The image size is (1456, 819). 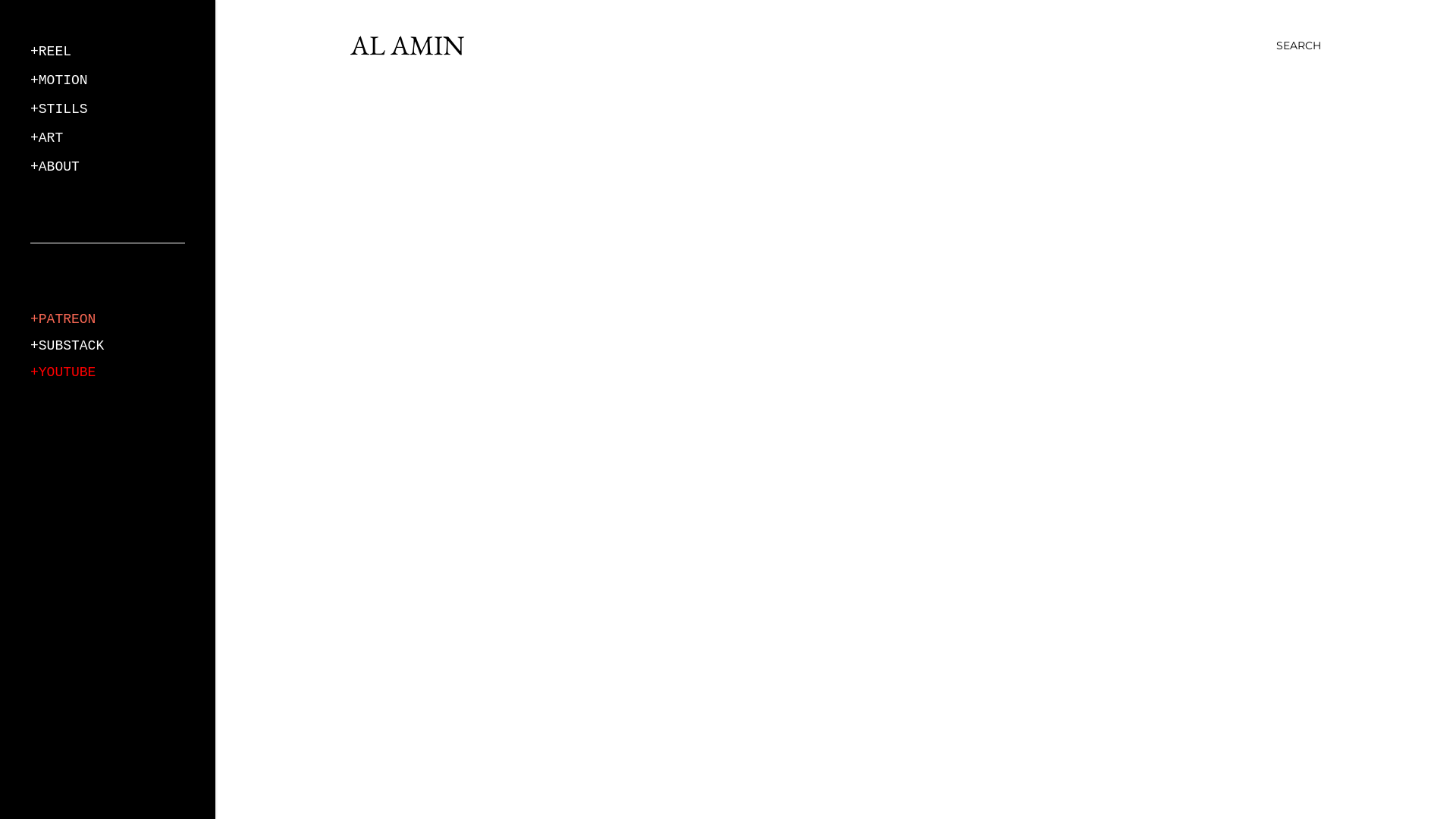 What do you see at coordinates (61, 372) in the screenshot?
I see `'+YOUTUBE'` at bounding box center [61, 372].